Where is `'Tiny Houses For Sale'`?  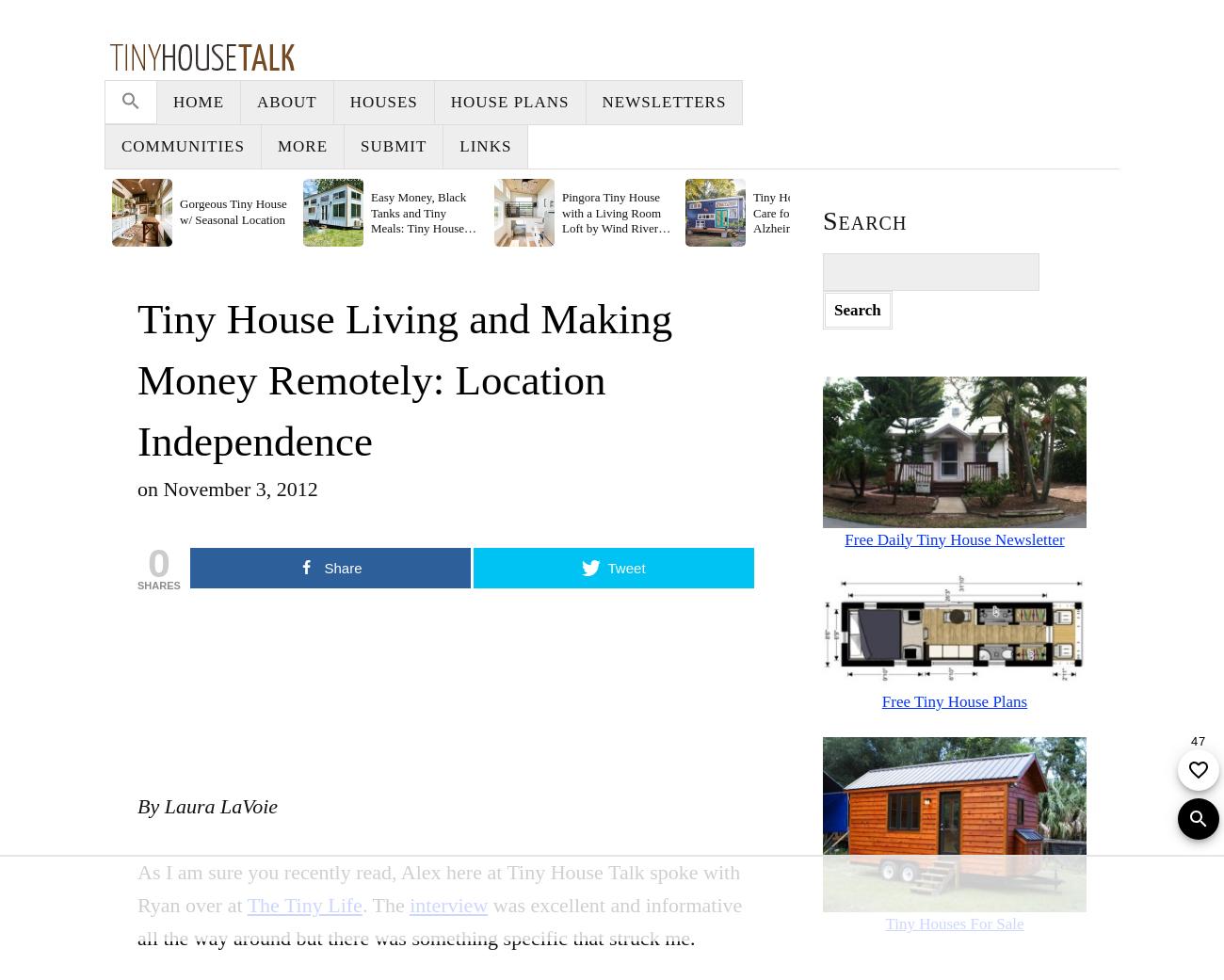 'Tiny Houses For Sale' is located at coordinates (953, 924).